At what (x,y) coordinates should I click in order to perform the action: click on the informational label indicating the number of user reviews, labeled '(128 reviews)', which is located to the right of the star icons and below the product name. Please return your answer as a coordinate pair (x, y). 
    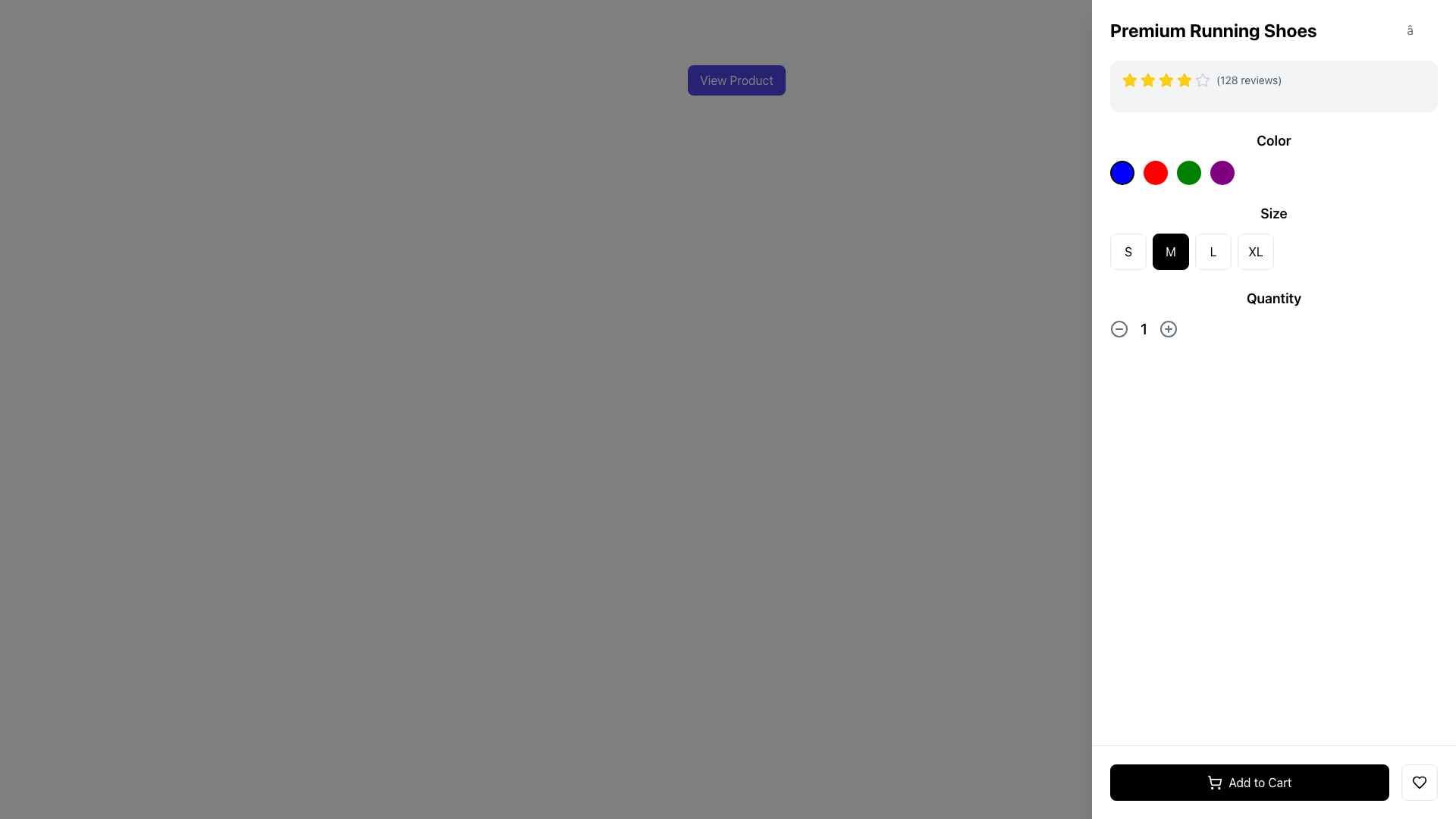
    Looking at the image, I should click on (1249, 80).